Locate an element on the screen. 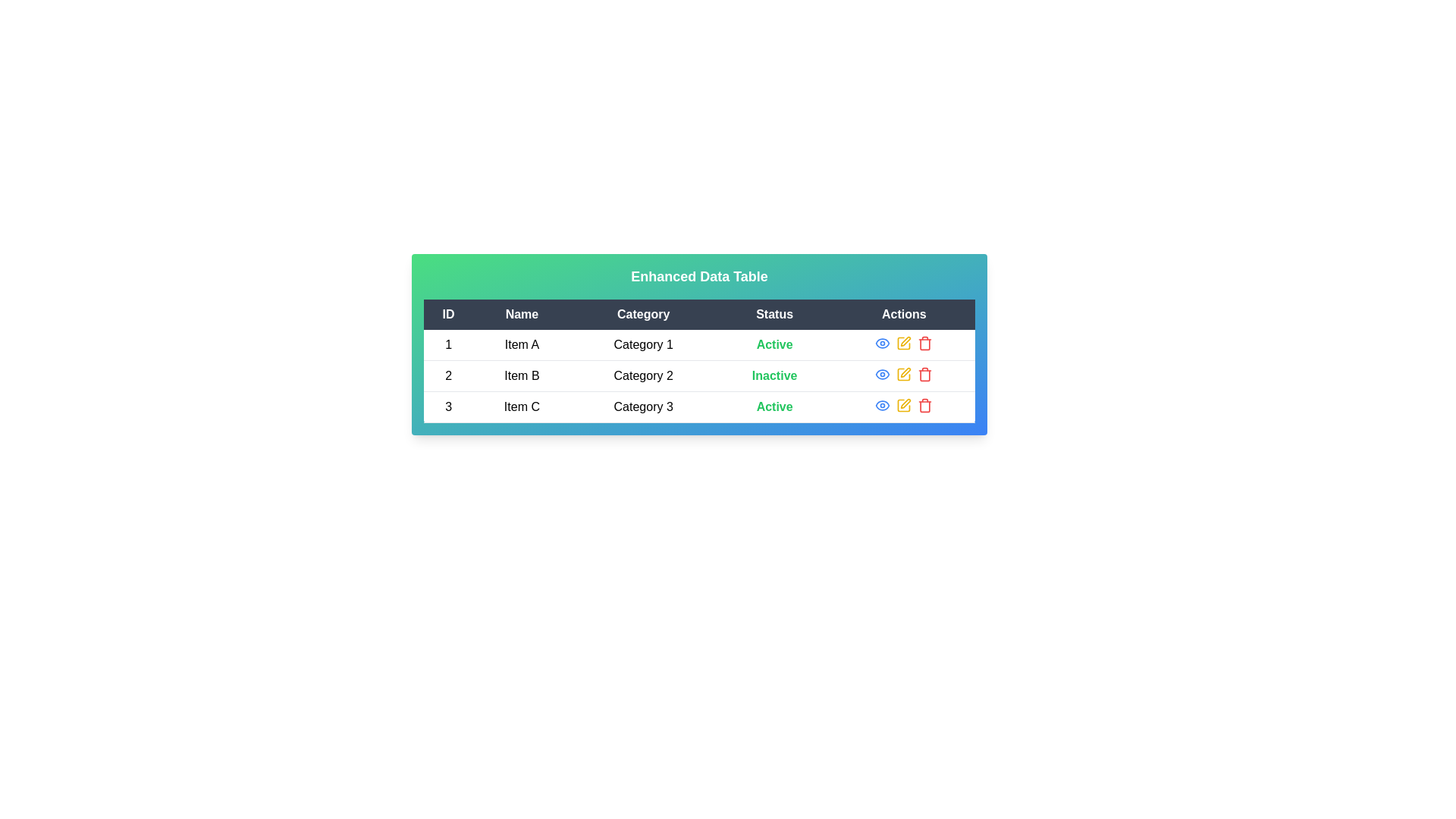 Image resolution: width=1456 pixels, height=819 pixels. the column header 'Name' to sort the rows by that column is located at coordinates (522, 314).